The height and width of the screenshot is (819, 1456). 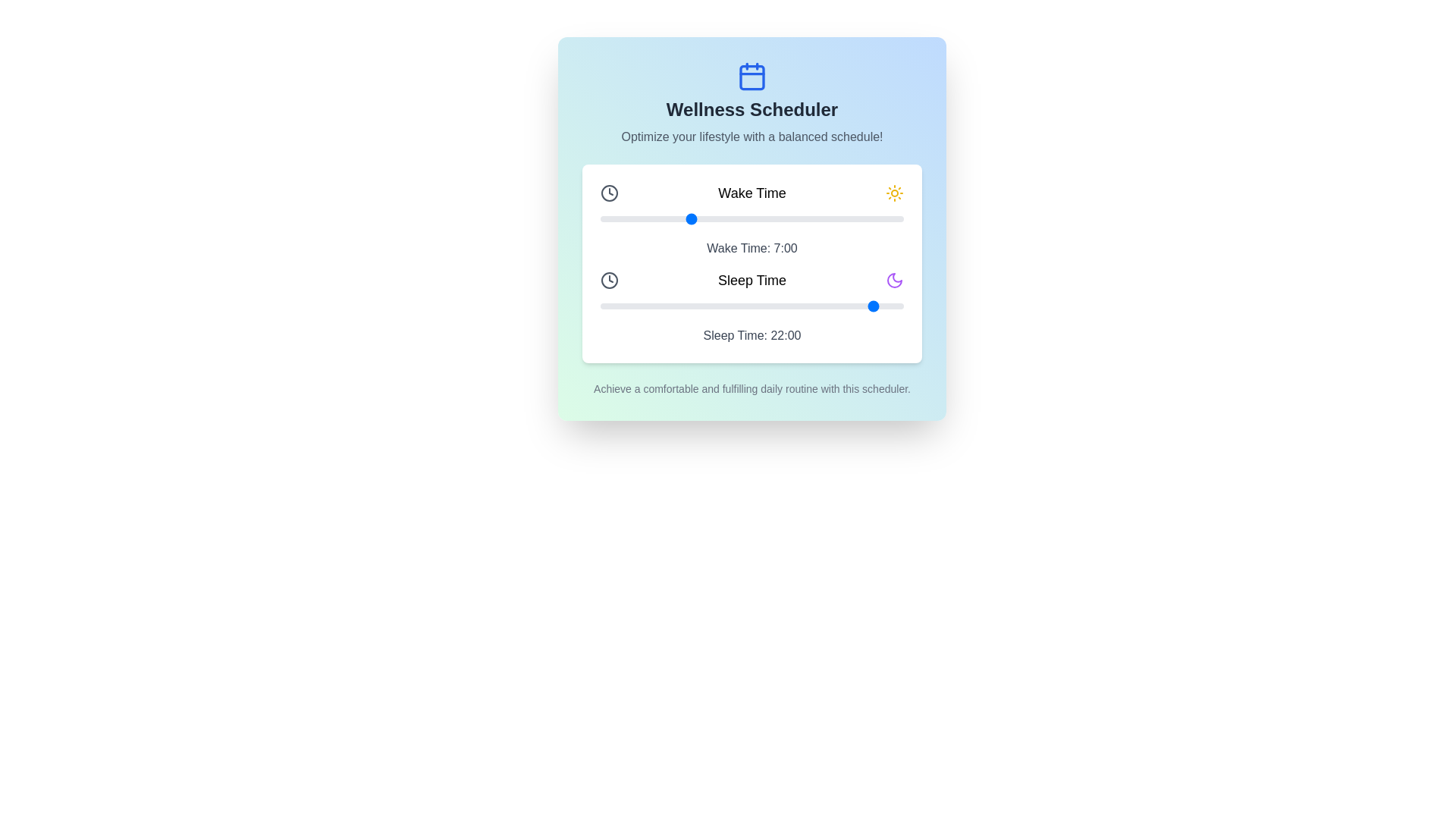 I want to click on the 'Wake Time' label, which features a clock icon on the left and a sun icon on the right, positioned above the 'Wake Time: 7:00' slider, so click(x=752, y=192).